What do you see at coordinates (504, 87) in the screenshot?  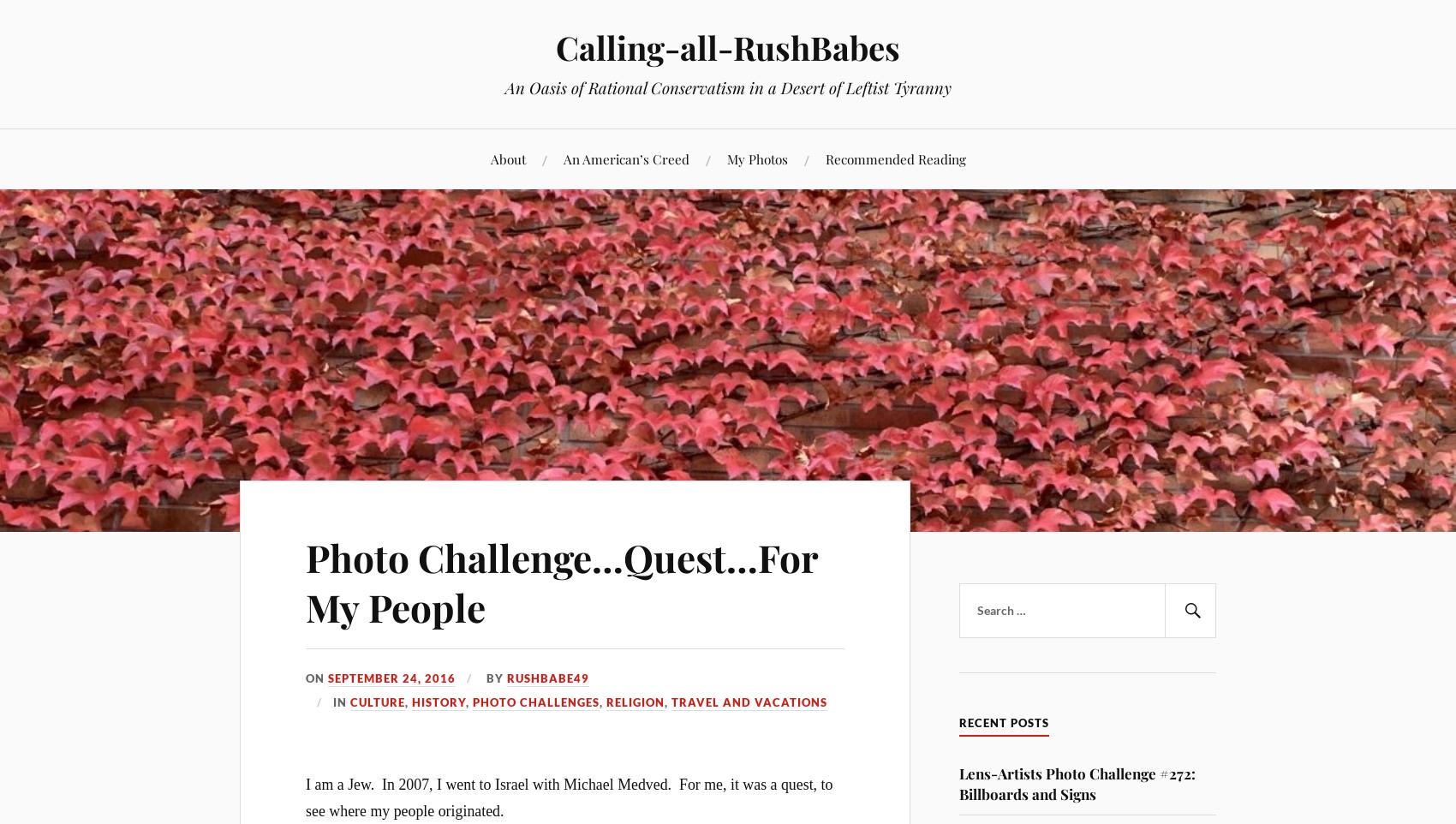 I see `'An Oasis of Rational Conservatism in a Desert of Leftist Tyranny'` at bounding box center [504, 87].